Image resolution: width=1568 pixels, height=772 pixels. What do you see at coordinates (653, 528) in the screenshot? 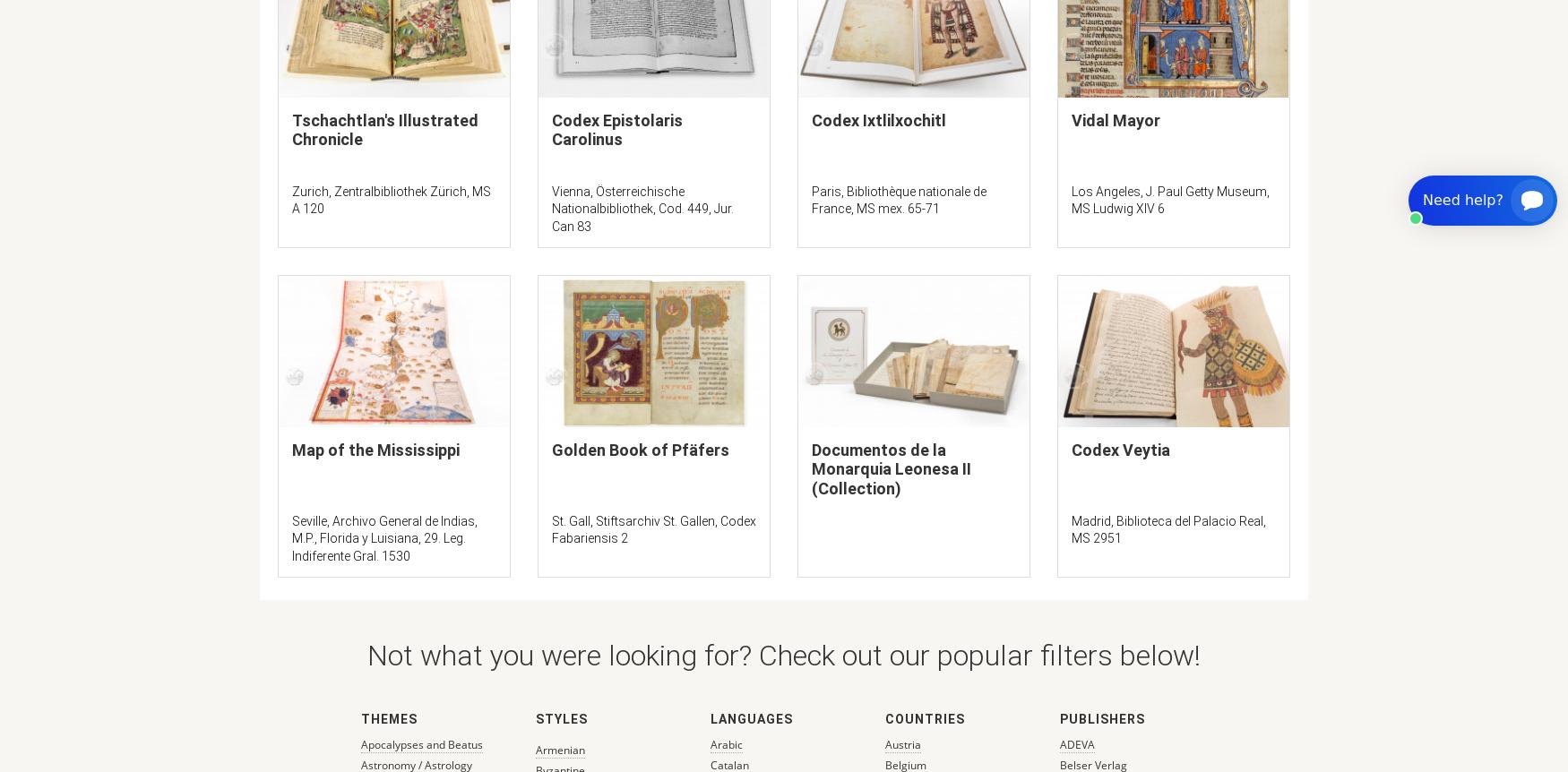
I see `'St. Gall, Stiftsarchiv St. Gallen, Codex Fabariensis 2'` at bounding box center [653, 528].